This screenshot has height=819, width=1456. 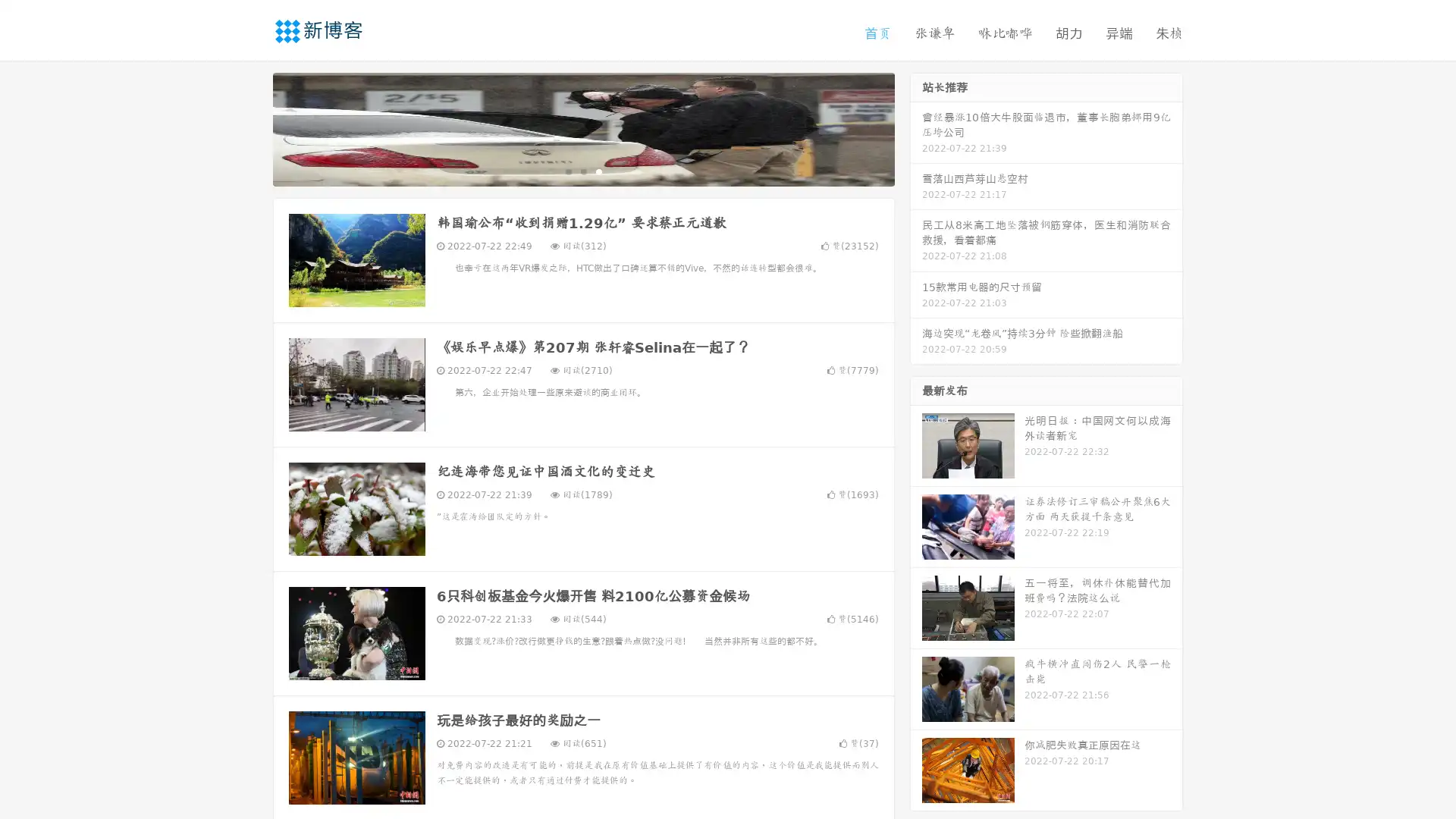 I want to click on Go to slide 1, so click(x=567, y=171).